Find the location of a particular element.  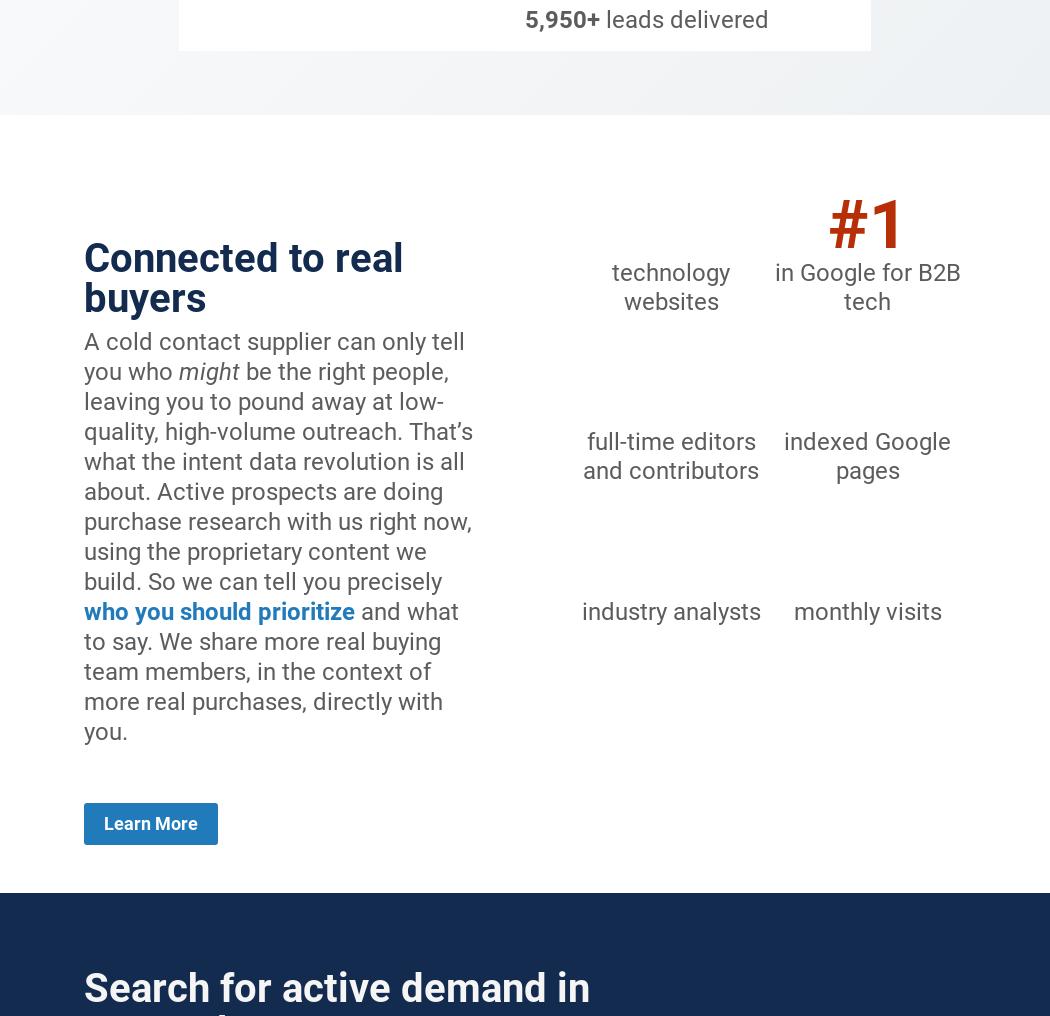

'in Google for B2B tech' is located at coordinates (865, 285).